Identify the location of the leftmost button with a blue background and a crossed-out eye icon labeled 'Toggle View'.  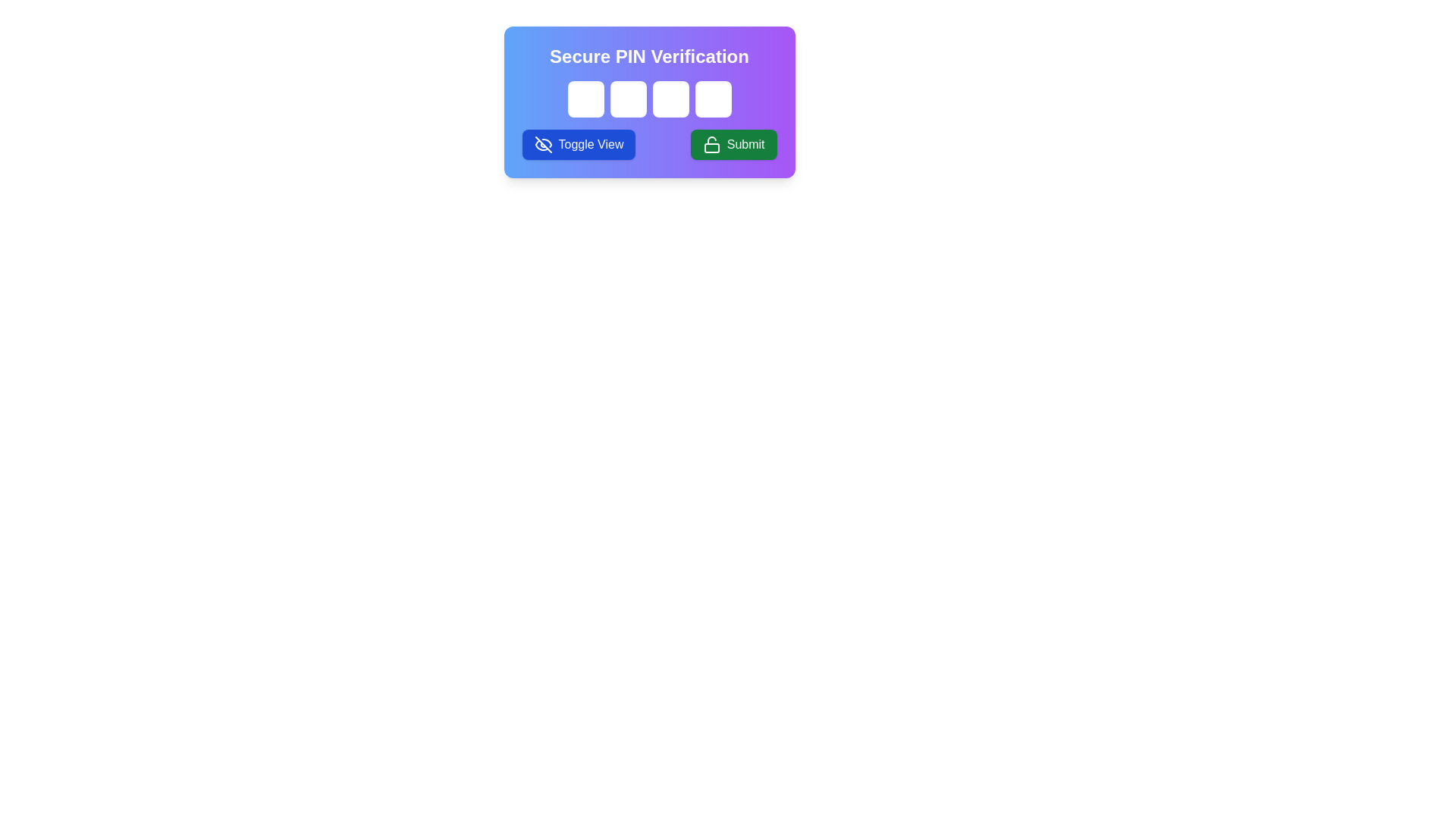
(578, 145).